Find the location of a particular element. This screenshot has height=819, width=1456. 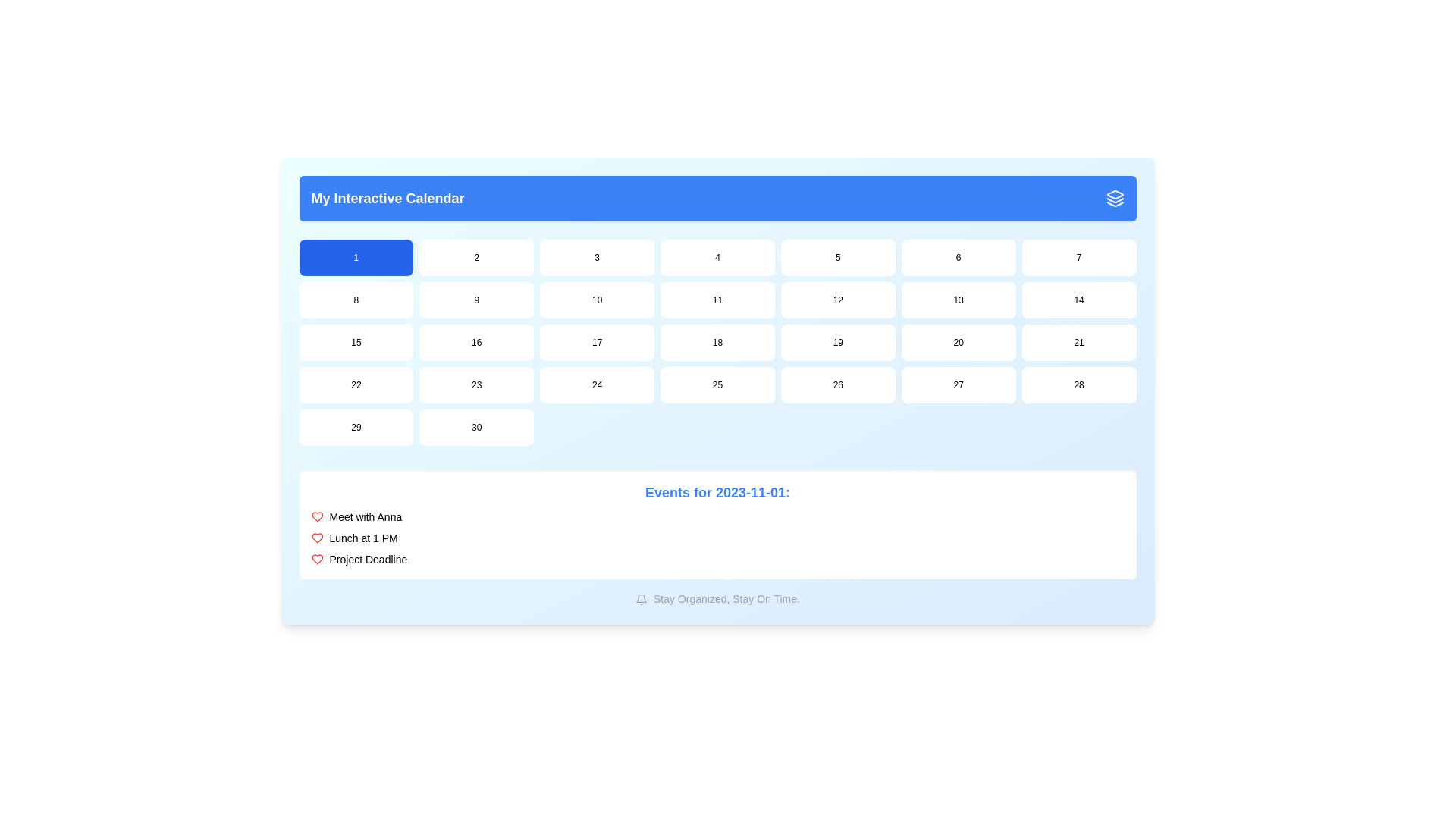

the white rectangular button with rounded corners labeled '12' in the second row and sixth column of 'My Interactive Calendar' to interact with the date is located at coordinates (837, 300).